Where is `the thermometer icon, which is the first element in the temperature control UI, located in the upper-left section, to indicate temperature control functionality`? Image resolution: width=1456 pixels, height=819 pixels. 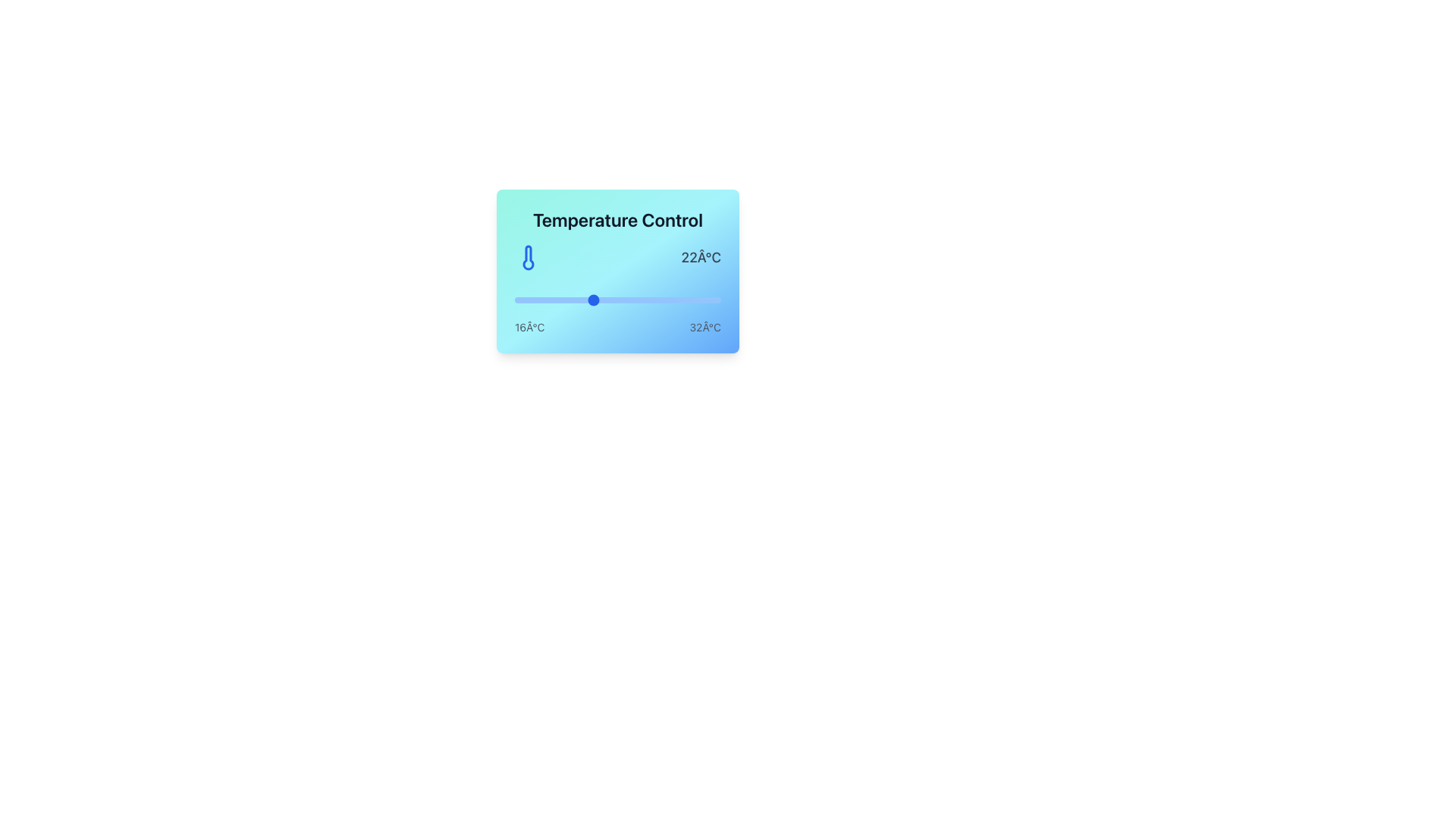
the thermometer icon, which is the first element in the temperature control UI, located in the upper-left section, to indicate temperature control functionality is located at coordinates (528, 256).